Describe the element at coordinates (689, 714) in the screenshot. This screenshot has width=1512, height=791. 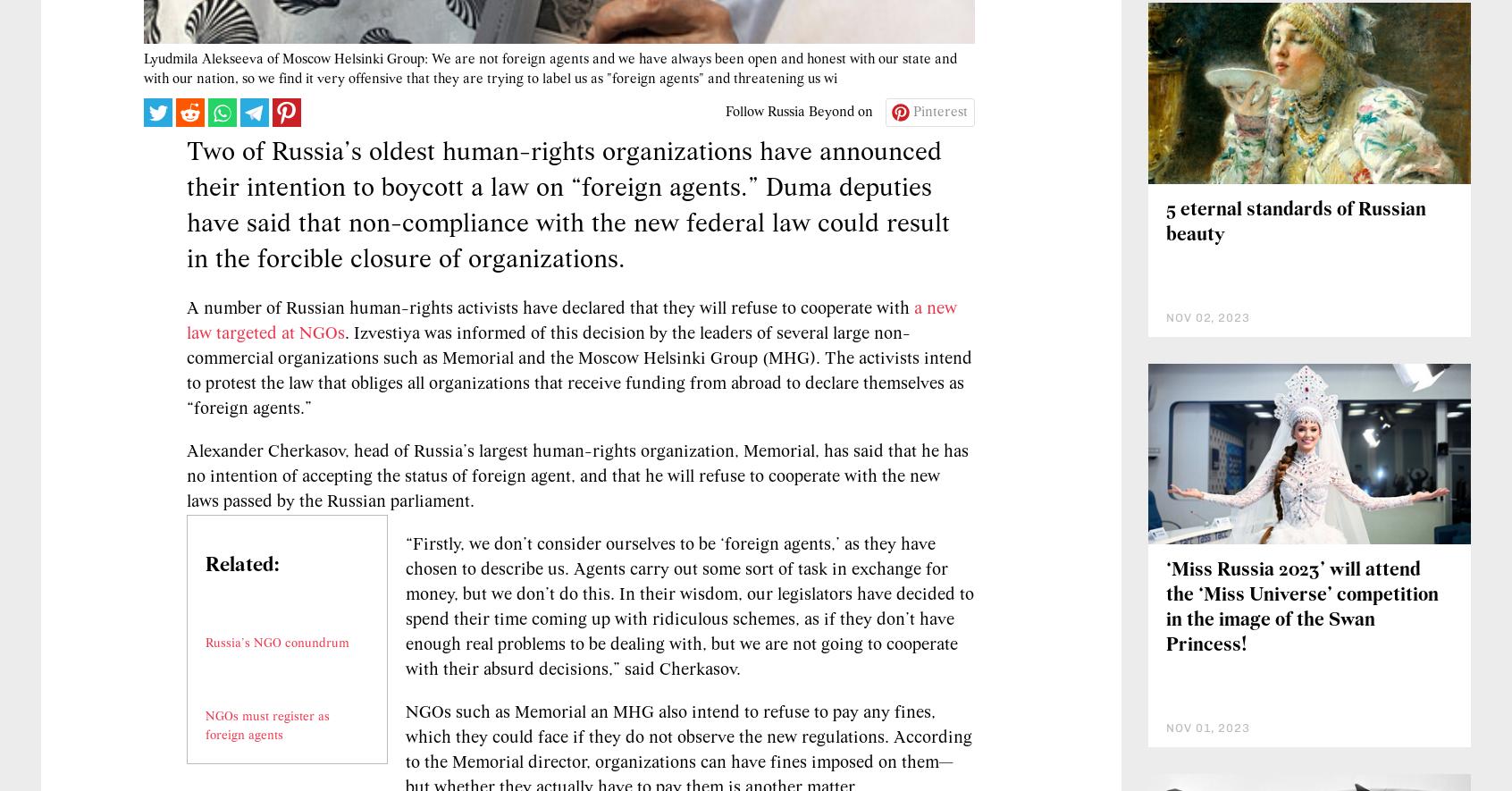
I see `'“Firstly, we don’t consider ourselves to be ‘foreign agents,’ as they have chosen to describe us. Agents carry out some sort of task in exchange for money, but we don’t do this. In their wisdom, our legislators have decided to spend their time coming up with ridiculous schemes, as if they don’t have enough real problems to be dealing with, but we are not going to cooperate with their absurd decisions,” said Cherkasov.'` at that location.